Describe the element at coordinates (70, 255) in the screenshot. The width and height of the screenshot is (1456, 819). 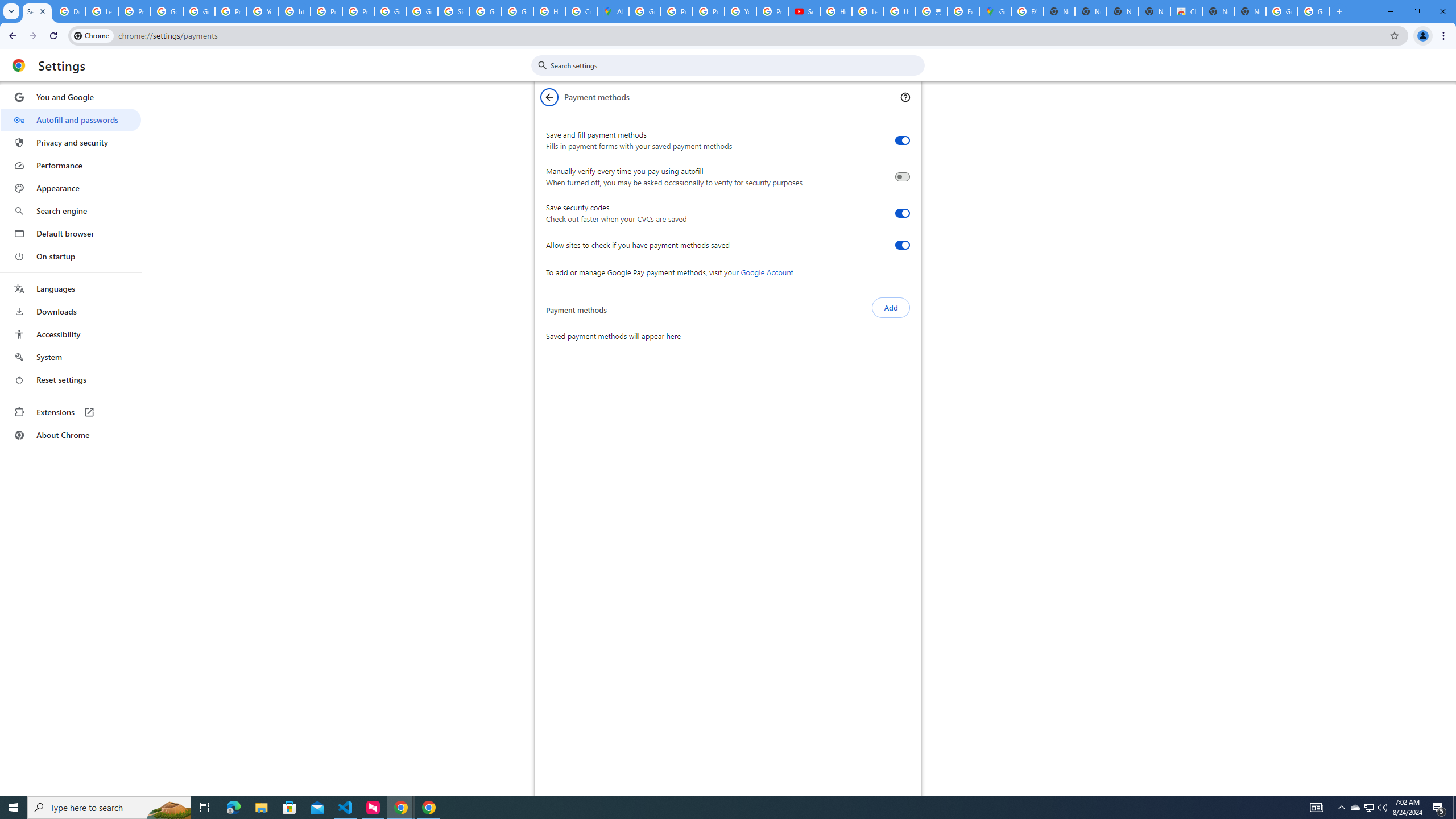
I see `'On startup'` at that location.